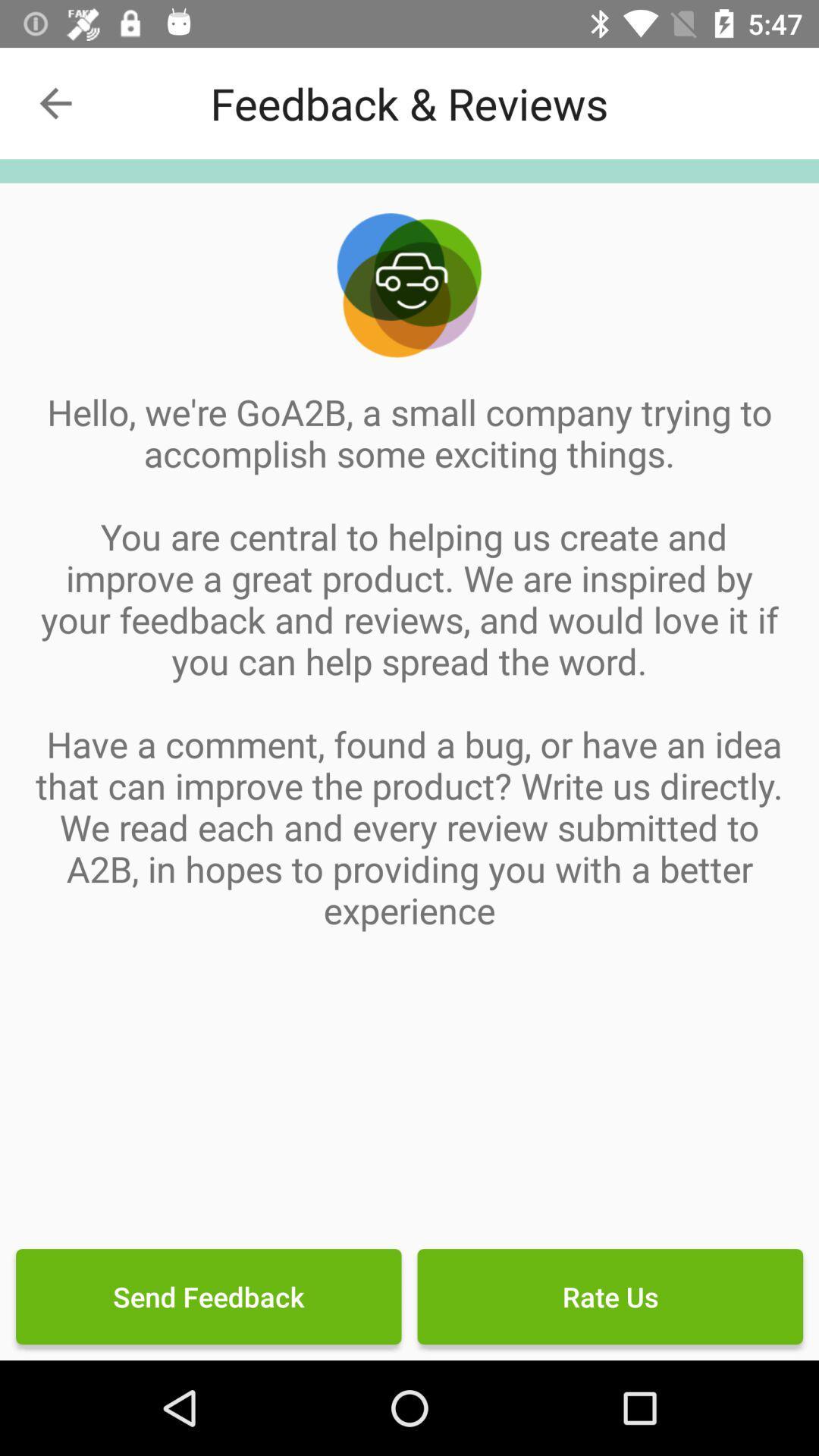  What do you see at coordinates (609, 1295) in the screenshot?
I see `icon to the right of send feedback` at bounding box center [609, 1295].